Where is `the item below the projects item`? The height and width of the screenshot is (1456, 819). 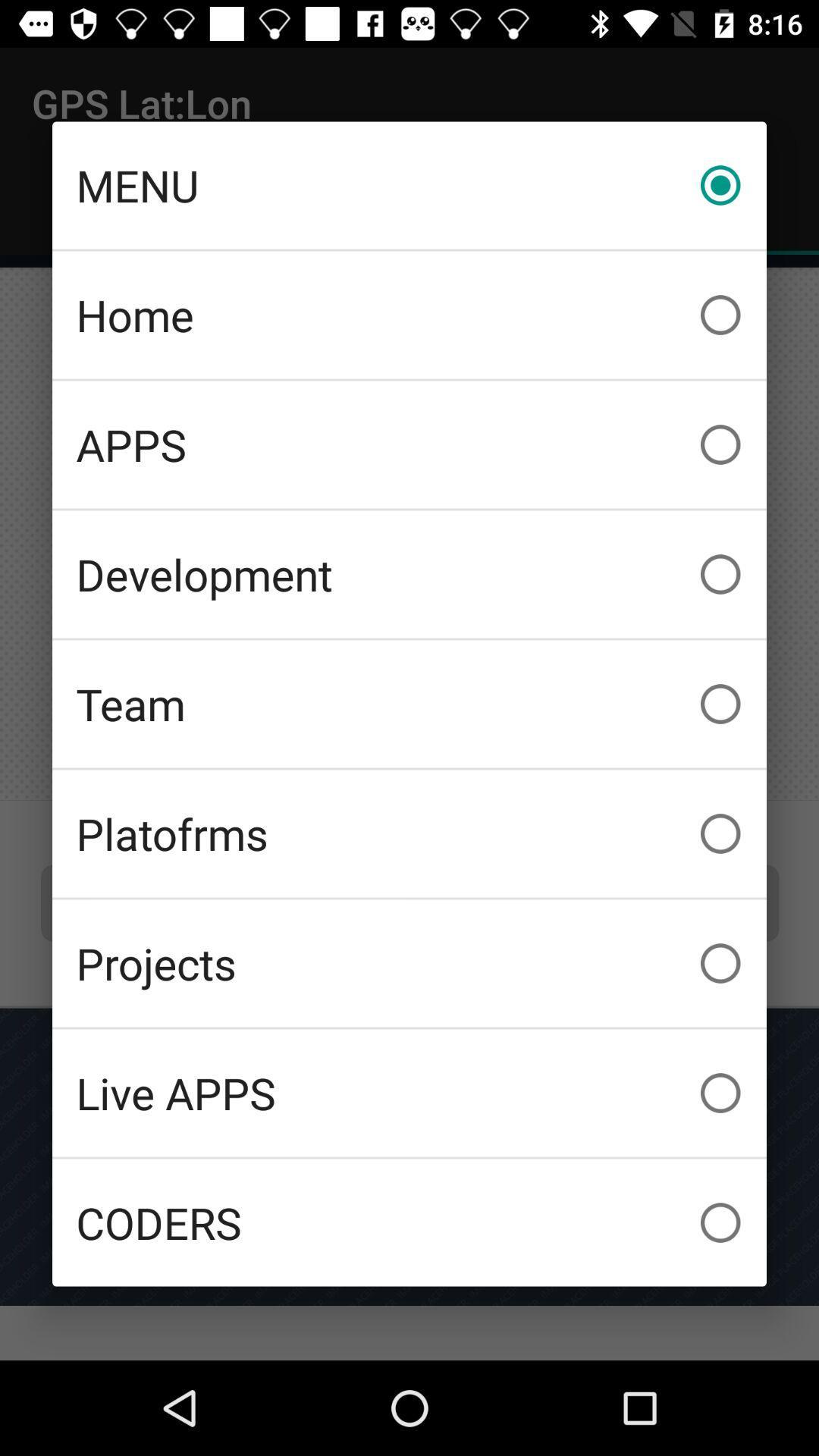
the item below the projects item is located at coordinates (409, 1093).